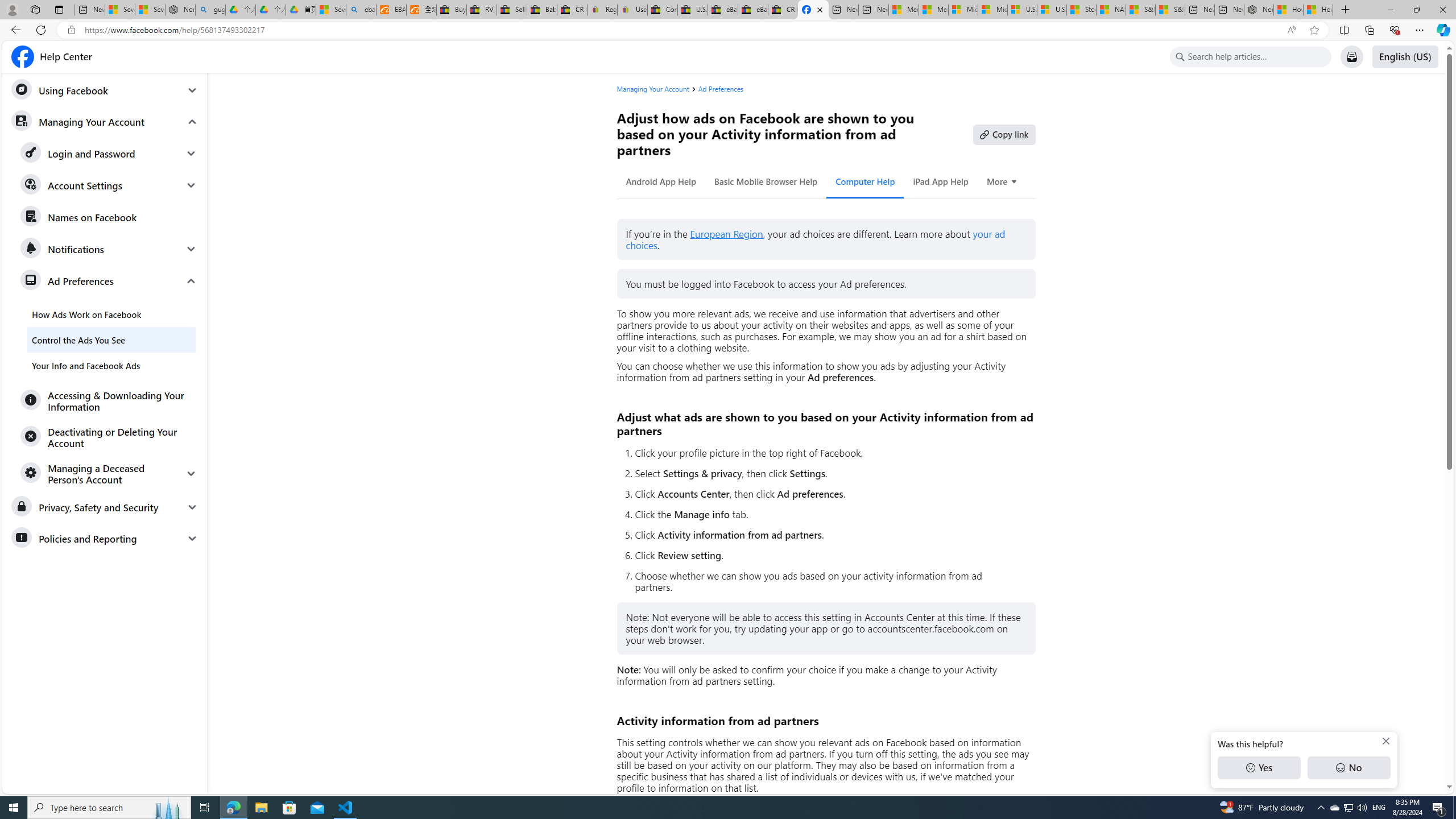  Describe the element at coordinates (661, 9) in the screenshot. I see `'Consumer Health Data Privacy Policy - eBay Inc.'` at that location.